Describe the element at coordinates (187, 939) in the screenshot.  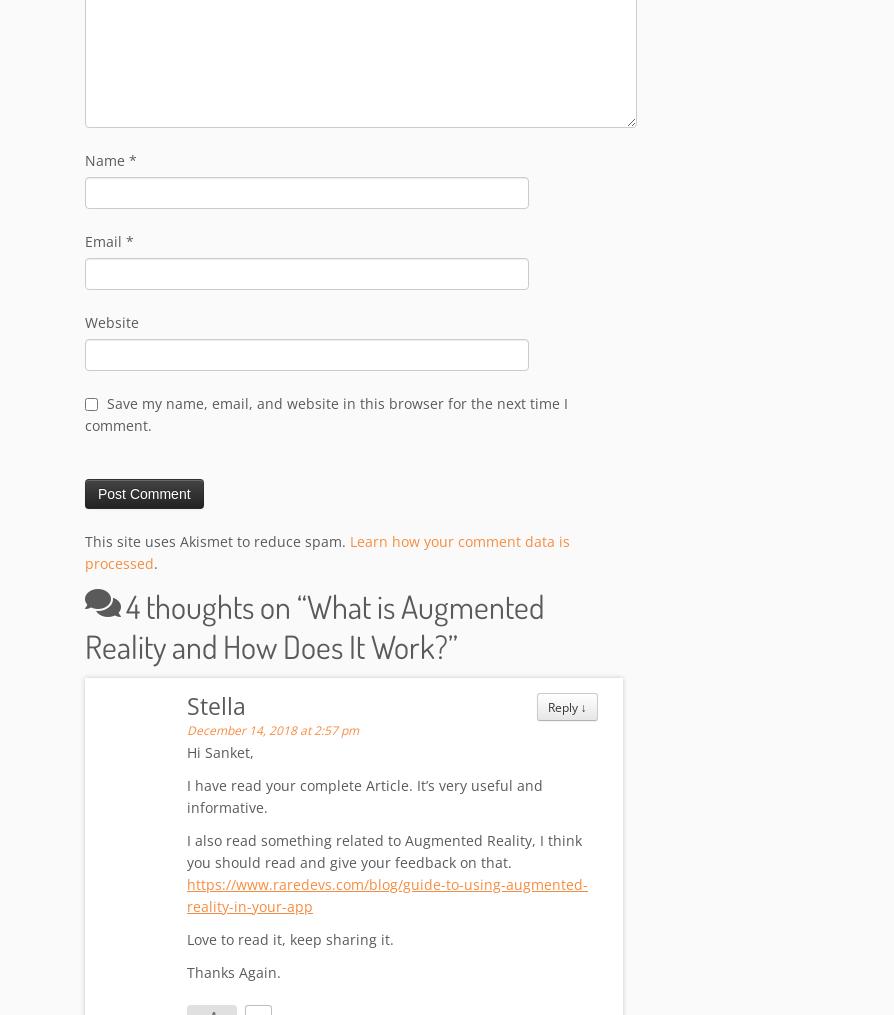
I see `'Love to read it, keep sharing it.'` at that location.